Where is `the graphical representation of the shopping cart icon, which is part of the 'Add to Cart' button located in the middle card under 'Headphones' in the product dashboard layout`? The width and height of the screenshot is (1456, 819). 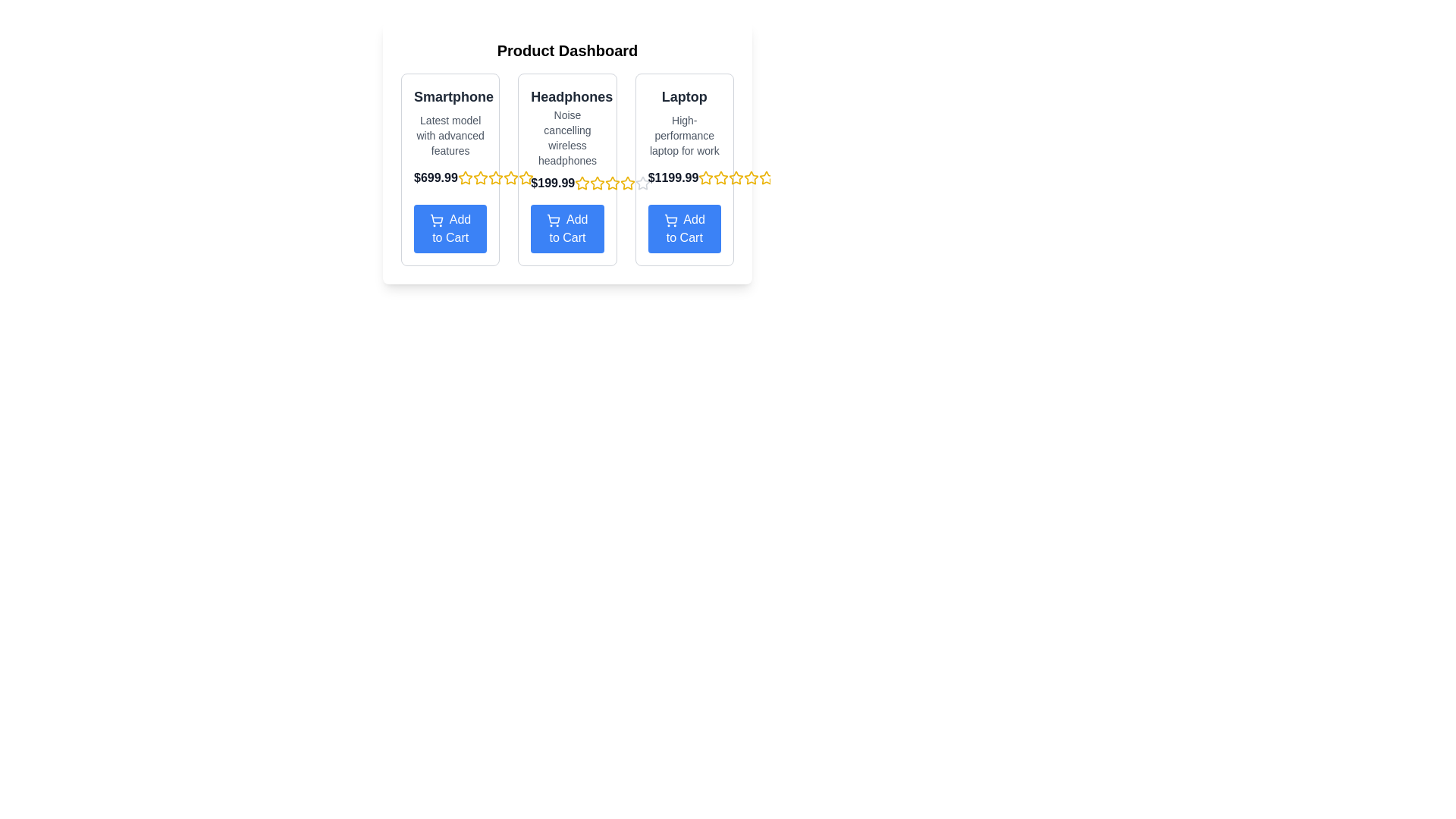 the graphical representation of the shopping cart icon, which is part of the 'Add to Cart' button located in the middle card under 'Headphones' in the product dashboard layout is located at coordinates (553, 220).